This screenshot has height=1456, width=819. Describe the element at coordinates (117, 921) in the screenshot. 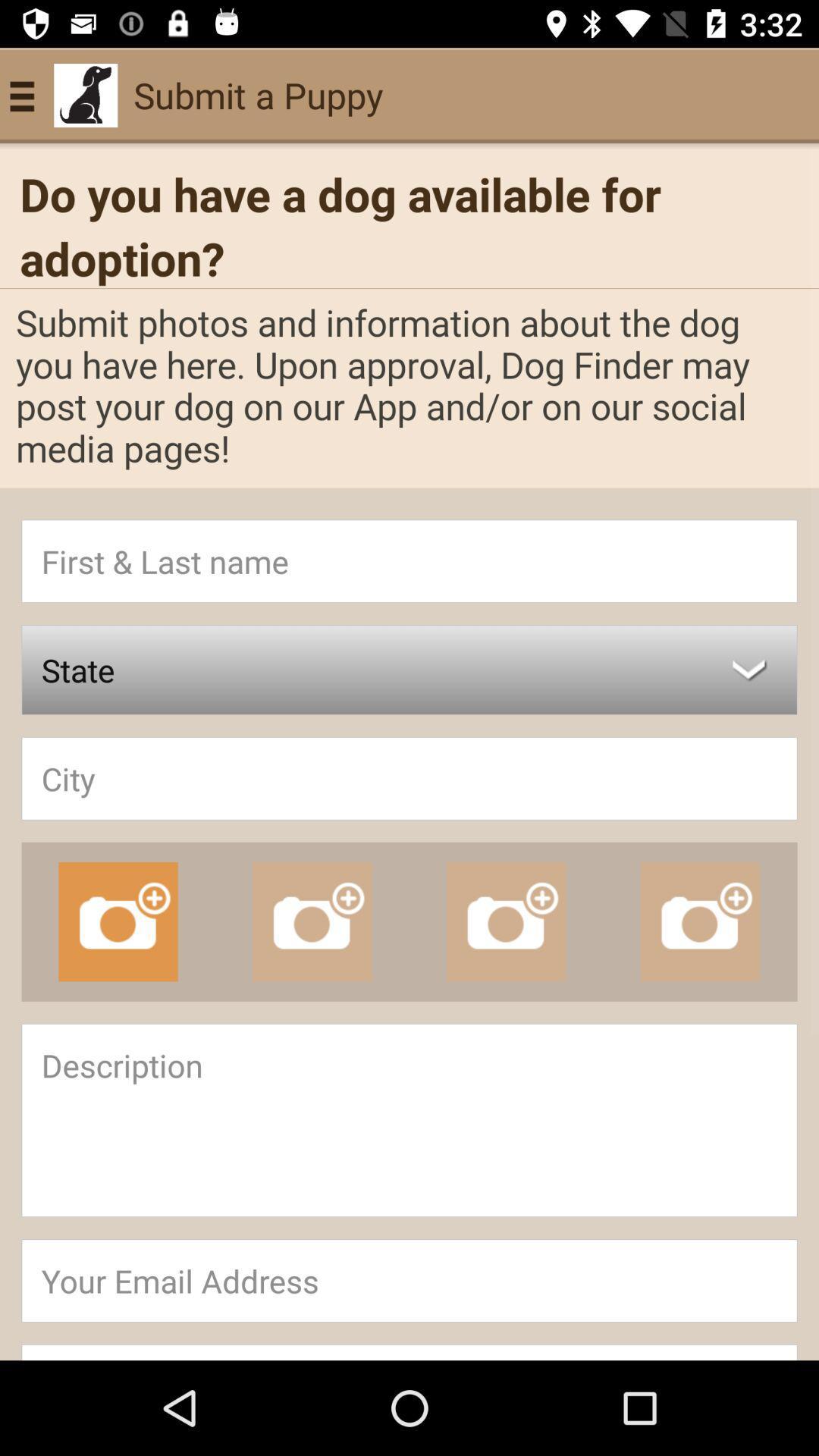

I see `the photo icon` at that location.